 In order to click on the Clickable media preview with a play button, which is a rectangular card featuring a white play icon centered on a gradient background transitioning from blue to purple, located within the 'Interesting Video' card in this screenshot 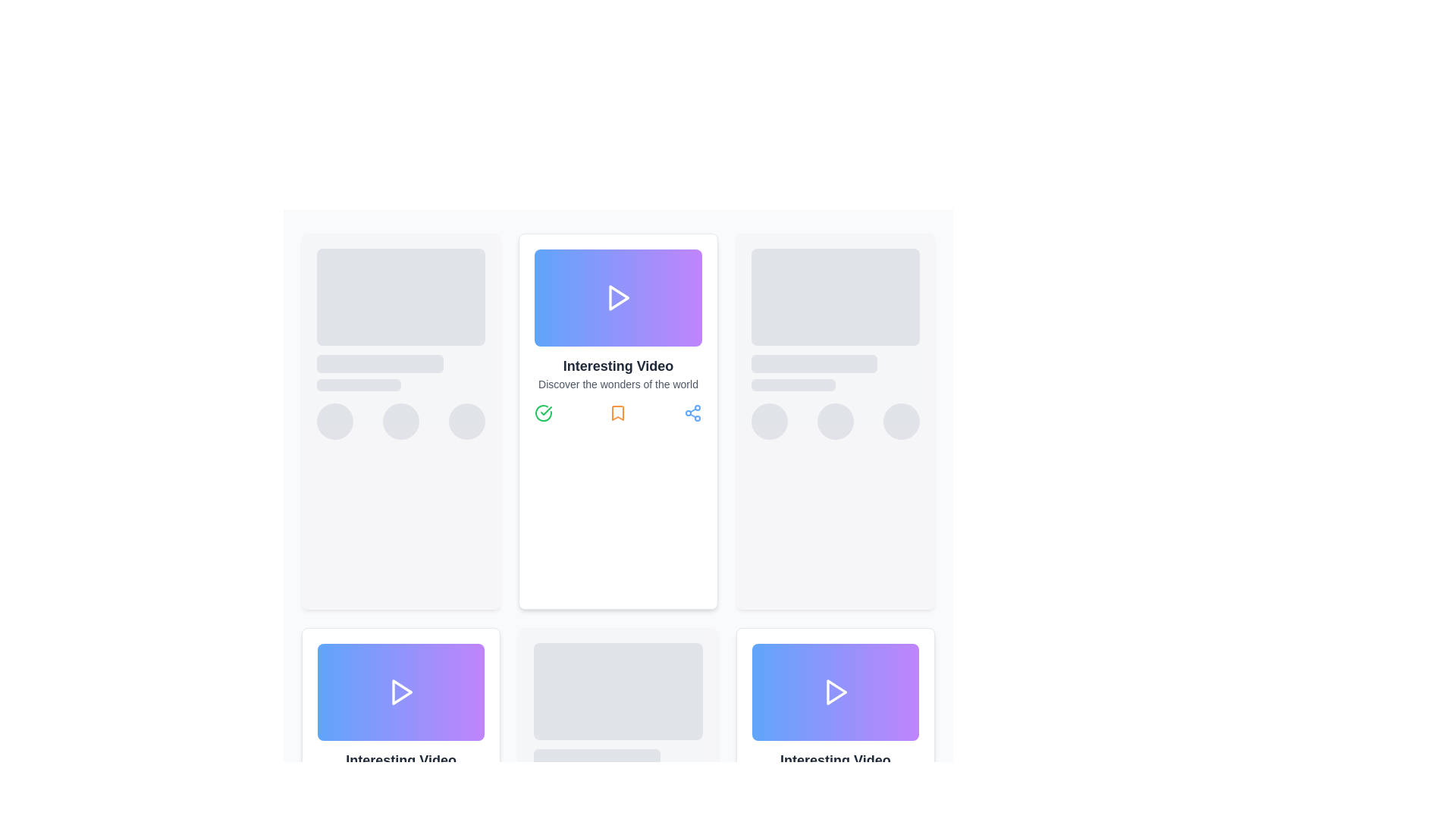, I will do `click(618, 298)`.